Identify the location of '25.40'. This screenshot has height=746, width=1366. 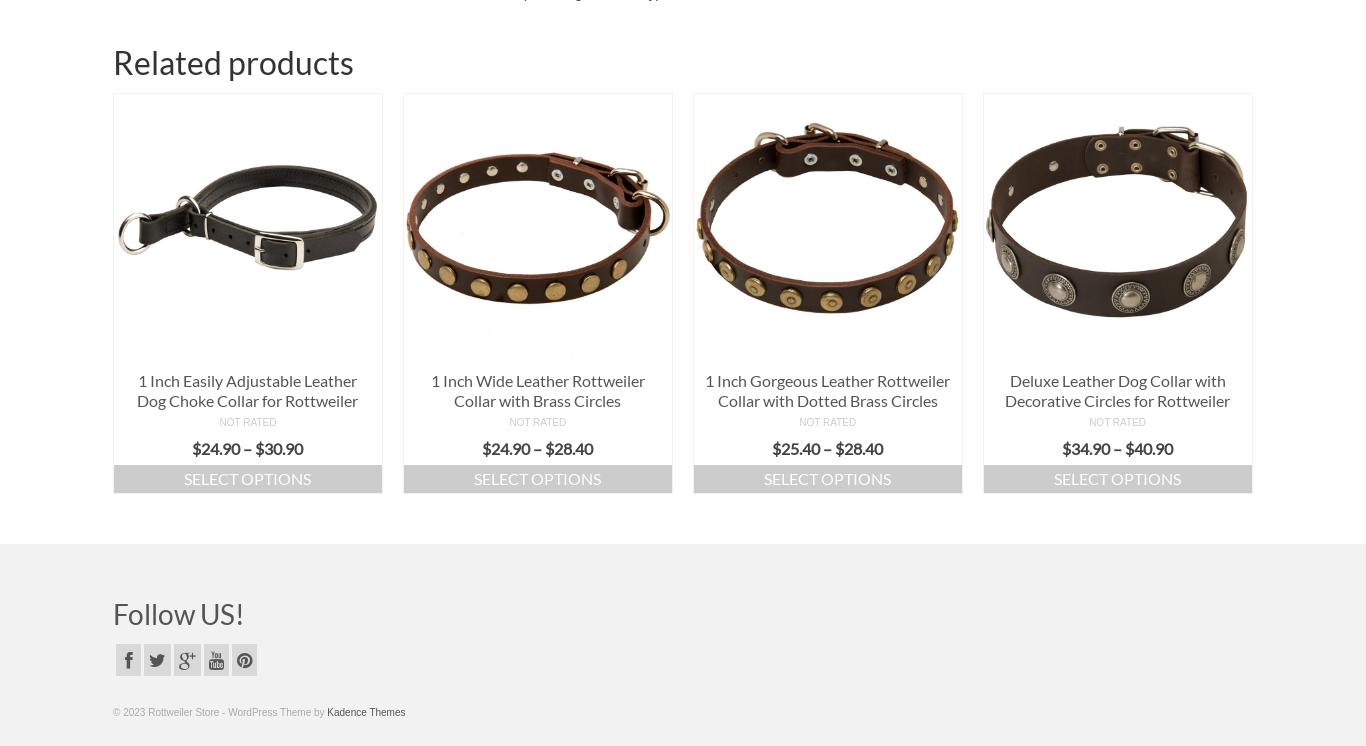
(799, 448).